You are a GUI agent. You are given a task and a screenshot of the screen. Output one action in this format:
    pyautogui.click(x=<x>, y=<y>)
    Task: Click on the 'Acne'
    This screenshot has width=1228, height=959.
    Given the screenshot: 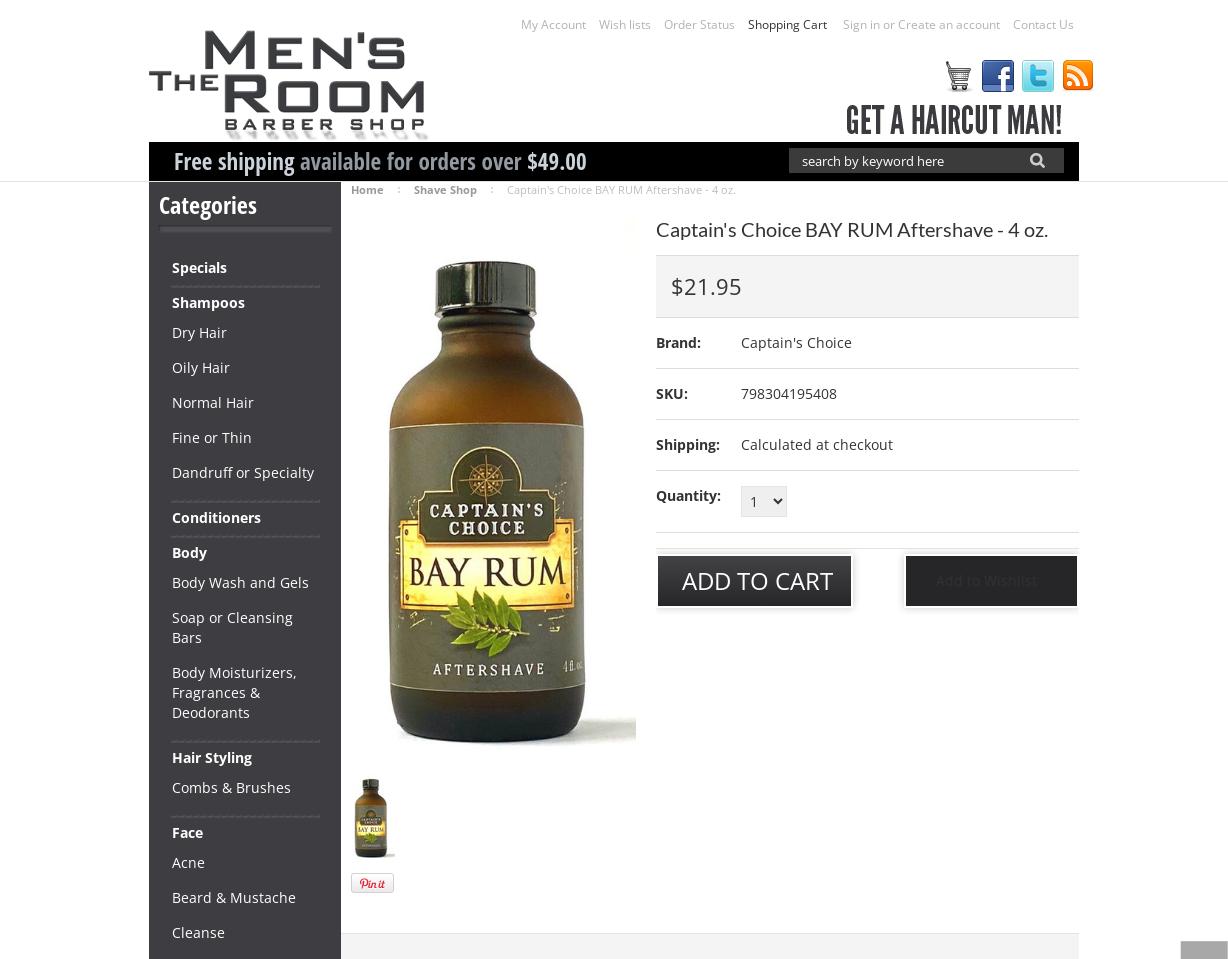 What is the action you would take?
    pyautogui.click(x=187, y=861)
    